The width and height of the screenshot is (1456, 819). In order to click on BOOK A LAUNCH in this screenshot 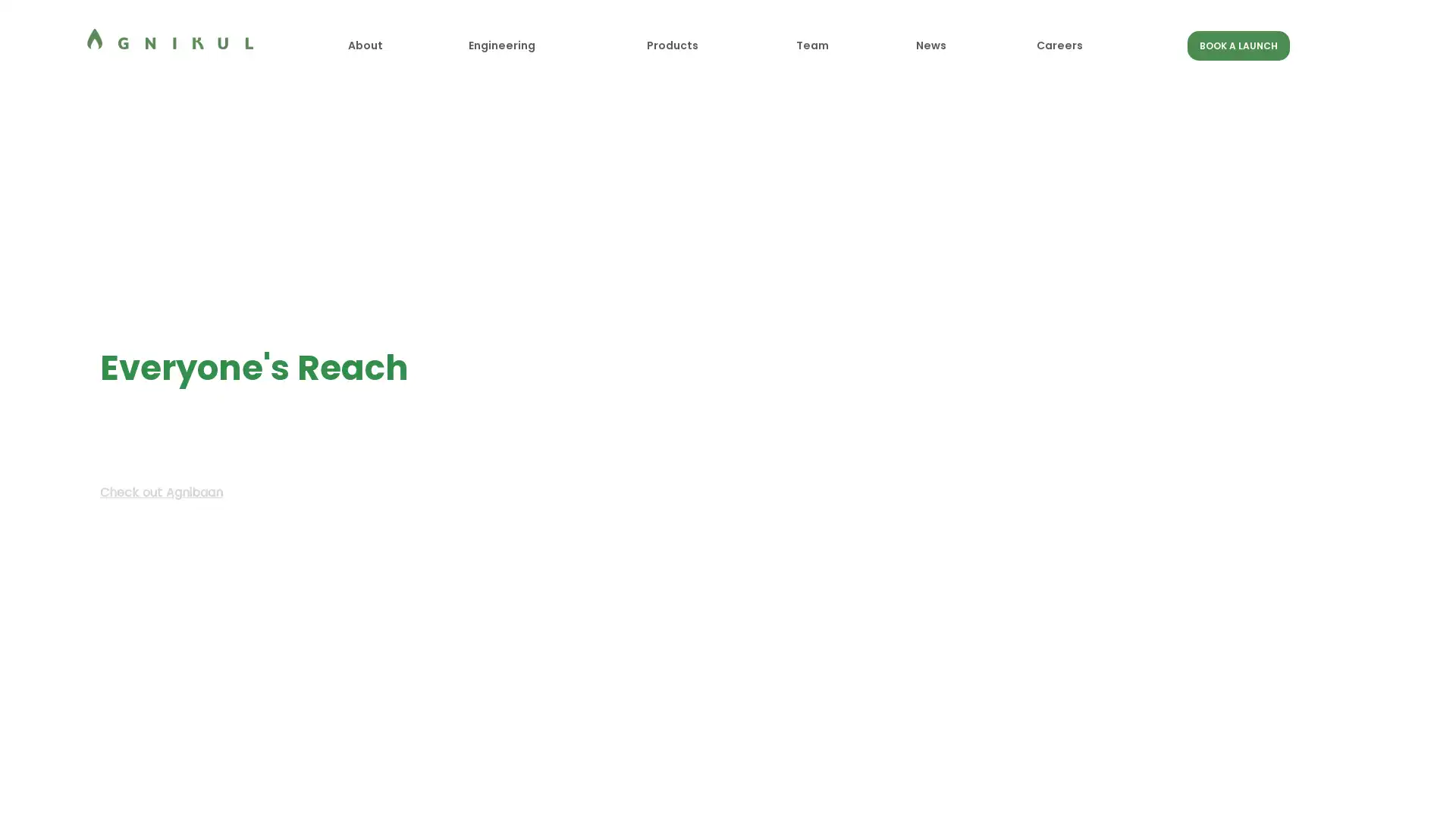, I will do `click(1238, 45)`.